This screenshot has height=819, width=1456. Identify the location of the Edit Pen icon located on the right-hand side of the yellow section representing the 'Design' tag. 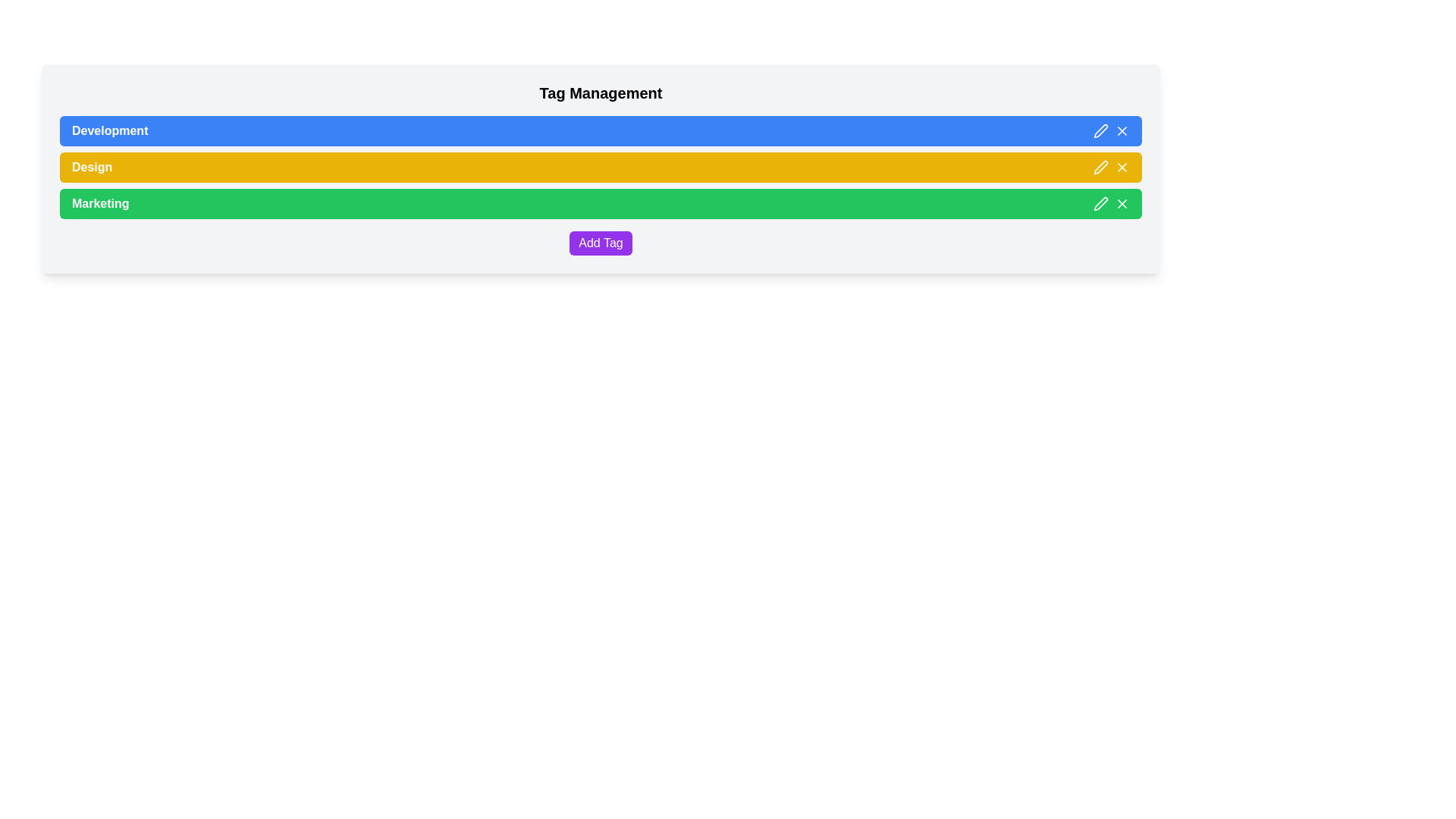
(1100, 166).